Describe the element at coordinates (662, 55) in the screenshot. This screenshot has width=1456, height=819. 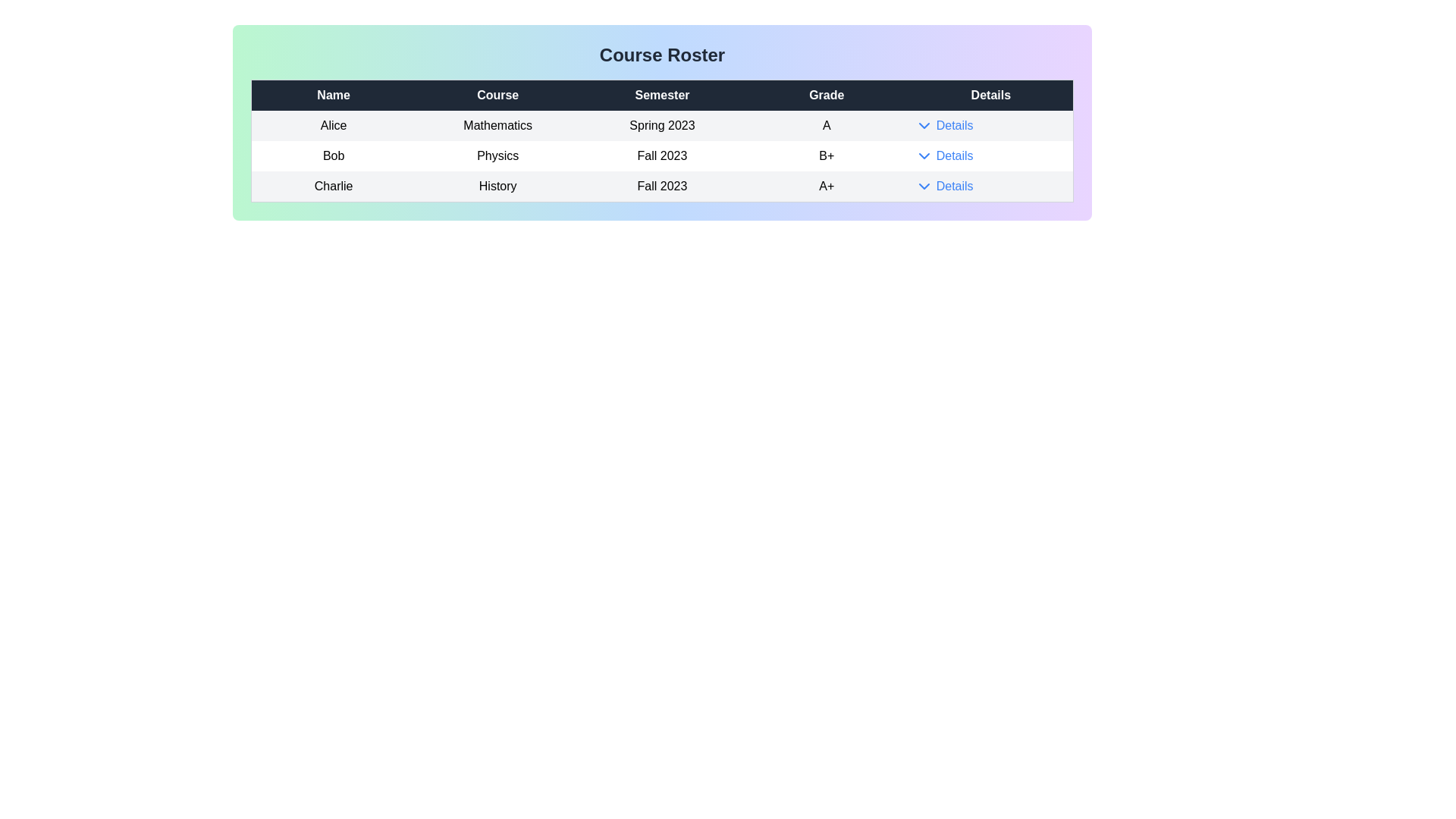
I see `the Text Label that serves as a header title at the top of the gradient-colored header section above the course details table` at that location.